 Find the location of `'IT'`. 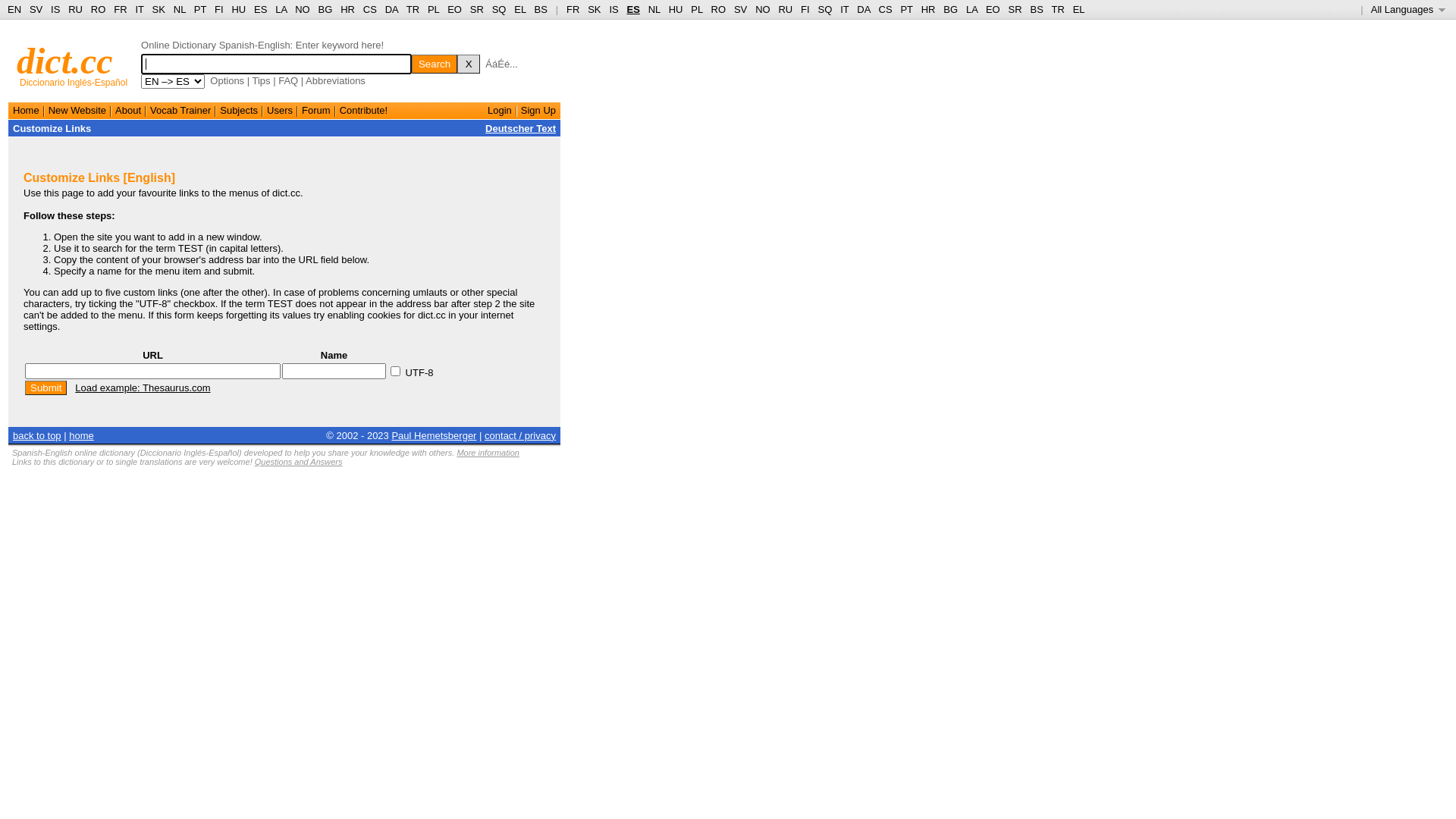

'IT' is located at coordinates (843, 9).